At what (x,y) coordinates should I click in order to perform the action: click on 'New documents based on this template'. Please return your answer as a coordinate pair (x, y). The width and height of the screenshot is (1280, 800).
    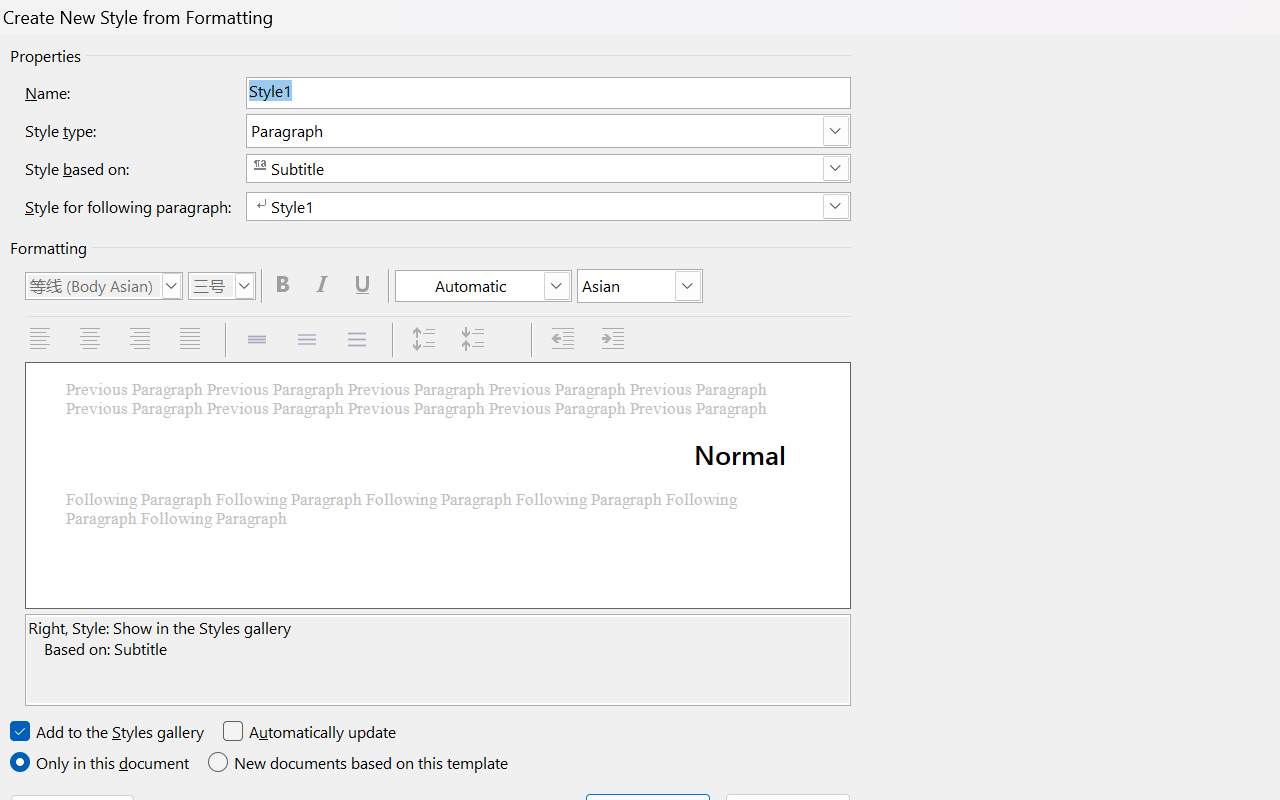
    Looking at the image, I should click on (359, 763).